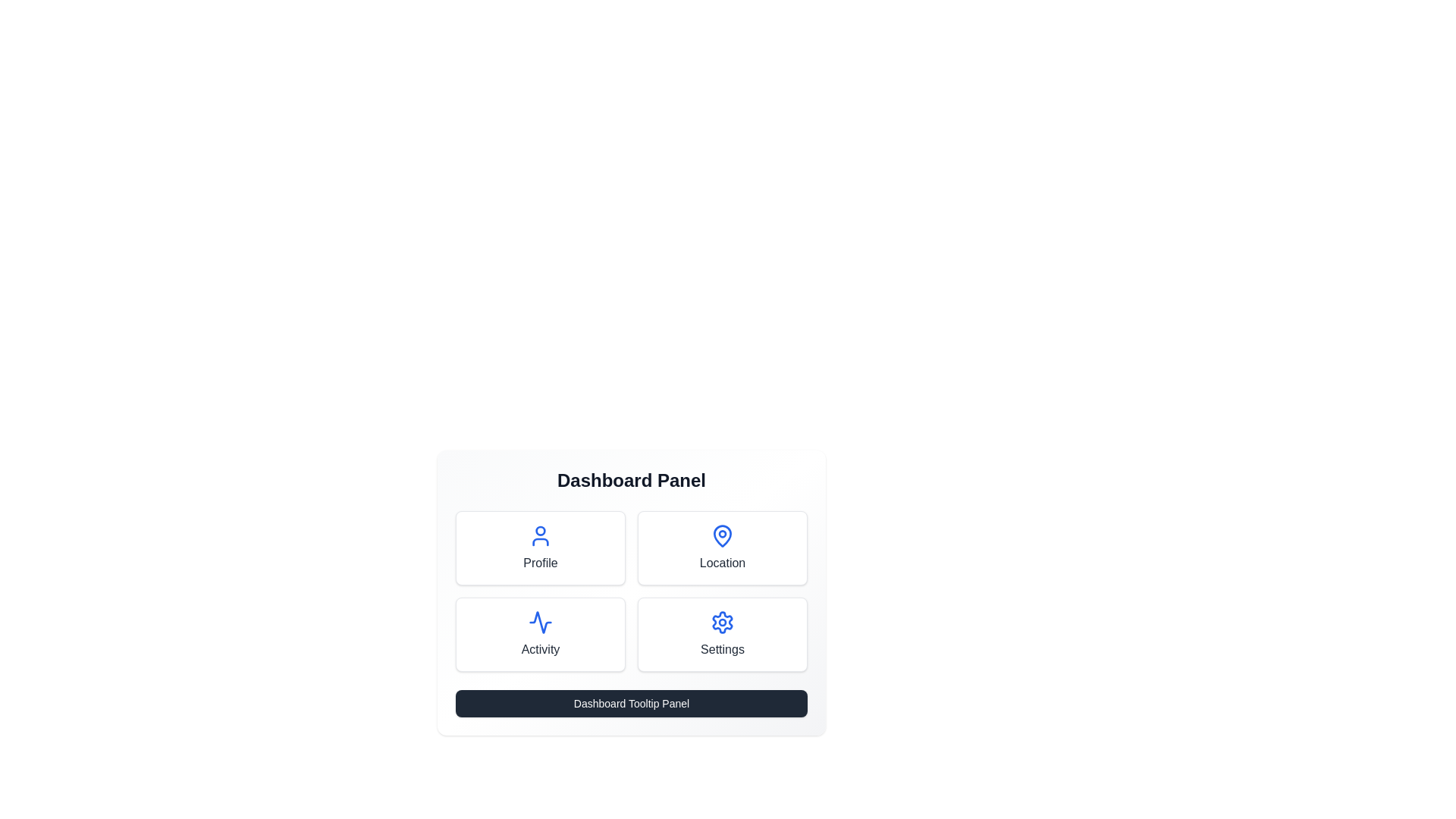 The width and height of the screenshot is (1456, 819). What do you see at coordinates (541, 548) in the screenshot?
I see `the 'Profile' button located at the top-left of the grid to trigger hover effects` at bounding box center [541, 548].